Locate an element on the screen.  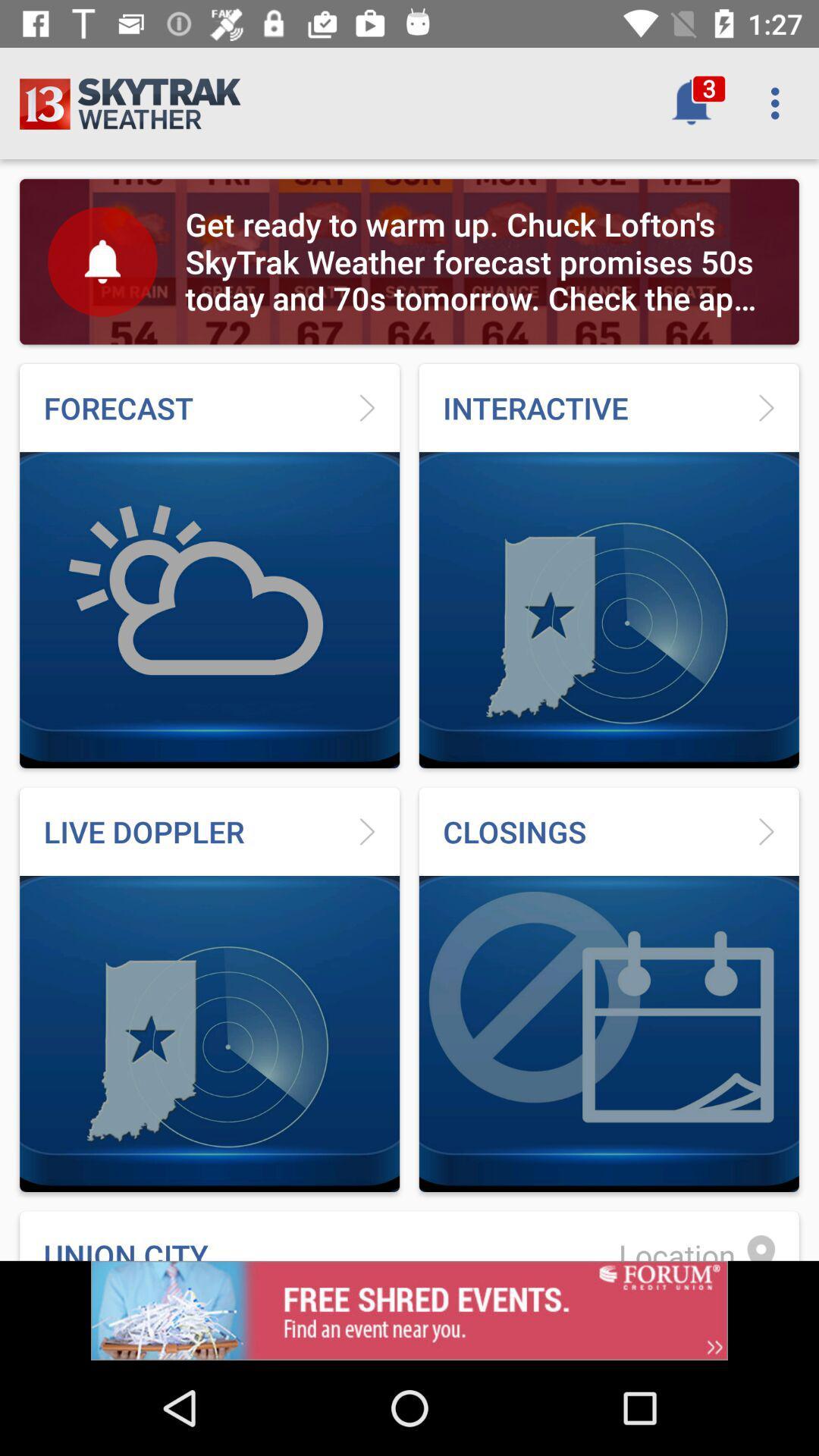
the first image  below forecast is located at coordinates (209, 610).